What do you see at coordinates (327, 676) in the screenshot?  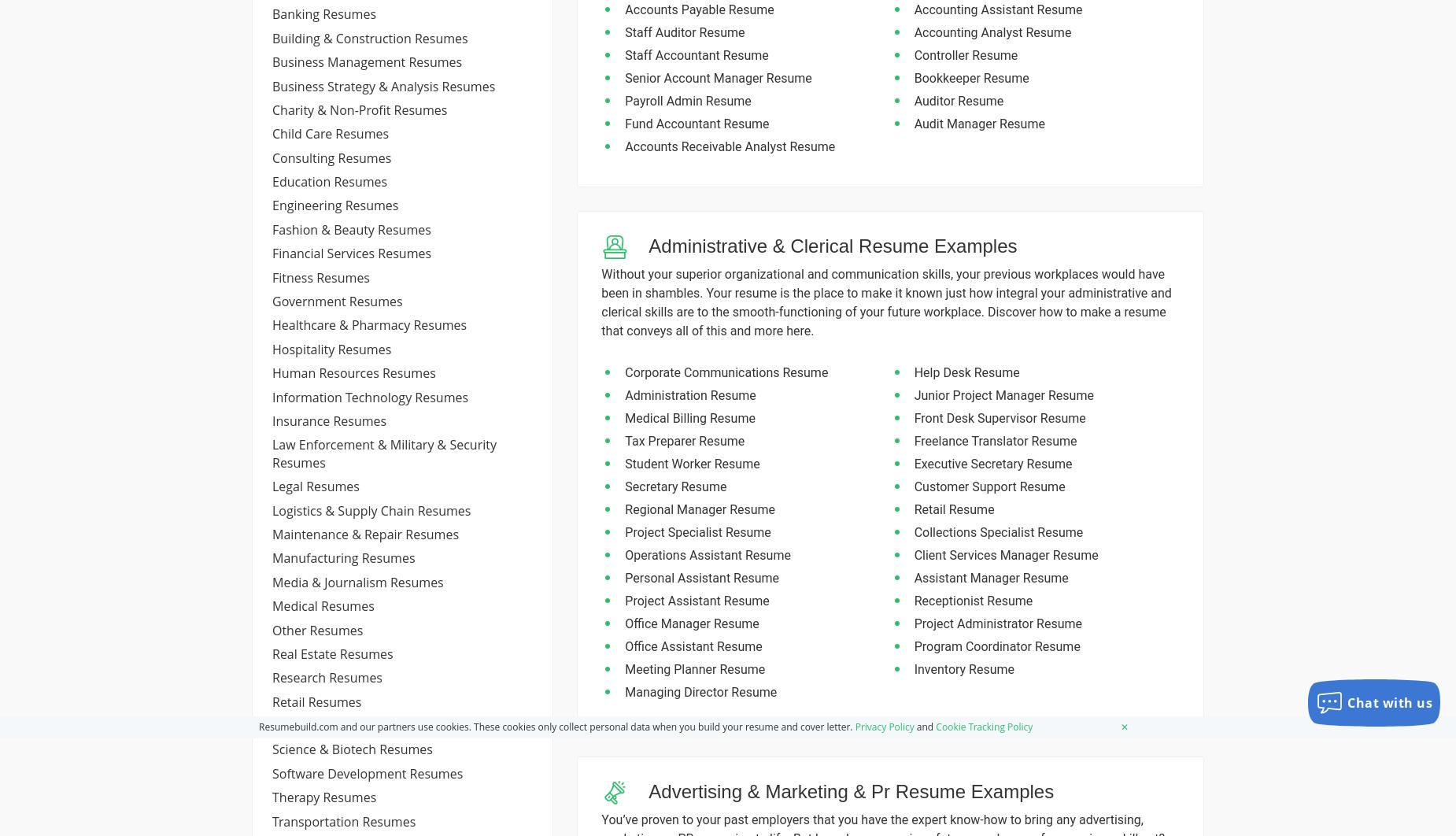 I see `'research resumes'` at bounding box center [327, 676].